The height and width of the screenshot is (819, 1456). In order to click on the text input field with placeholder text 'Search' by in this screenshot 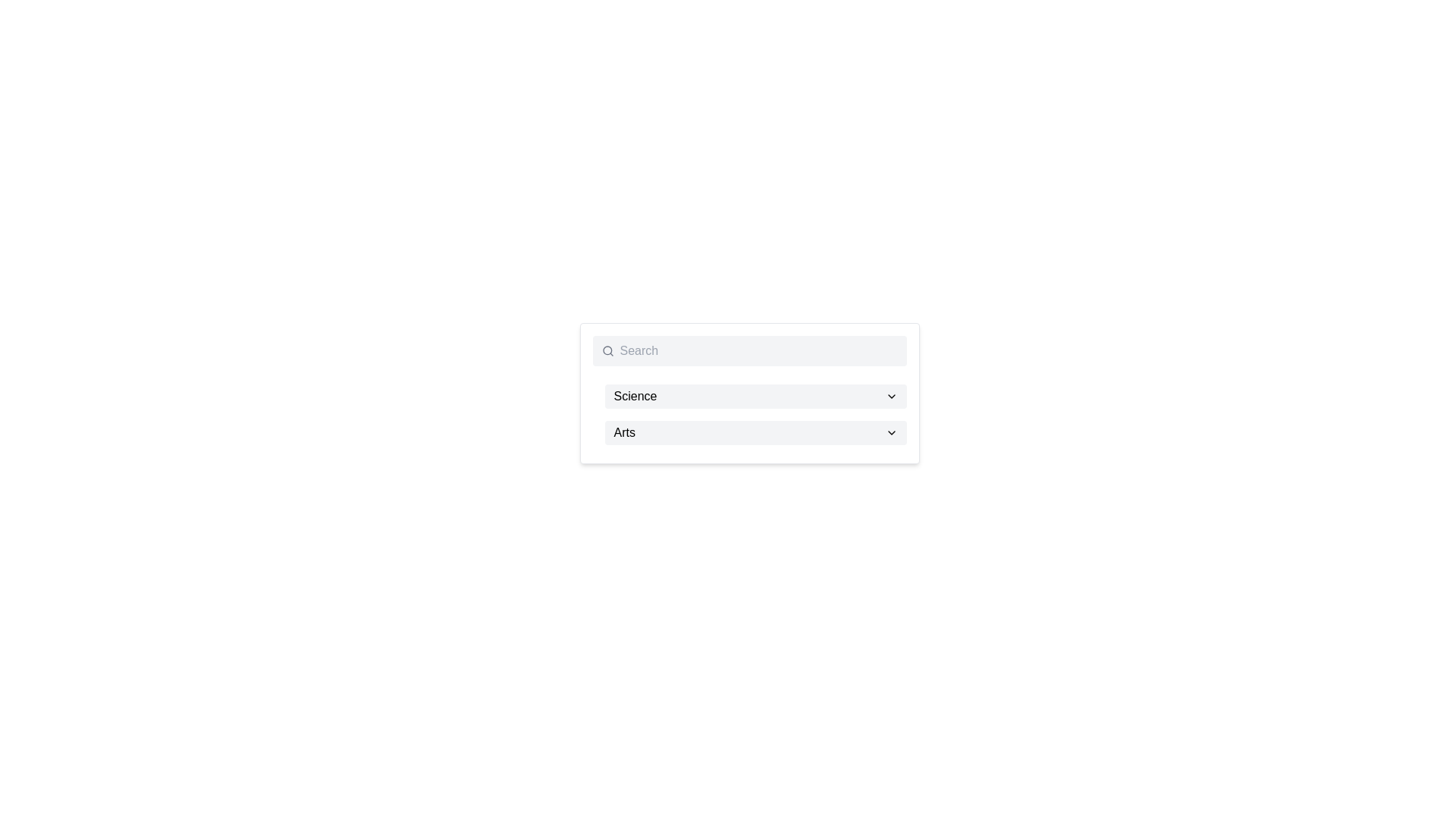, I will do `click(758, 350)`.